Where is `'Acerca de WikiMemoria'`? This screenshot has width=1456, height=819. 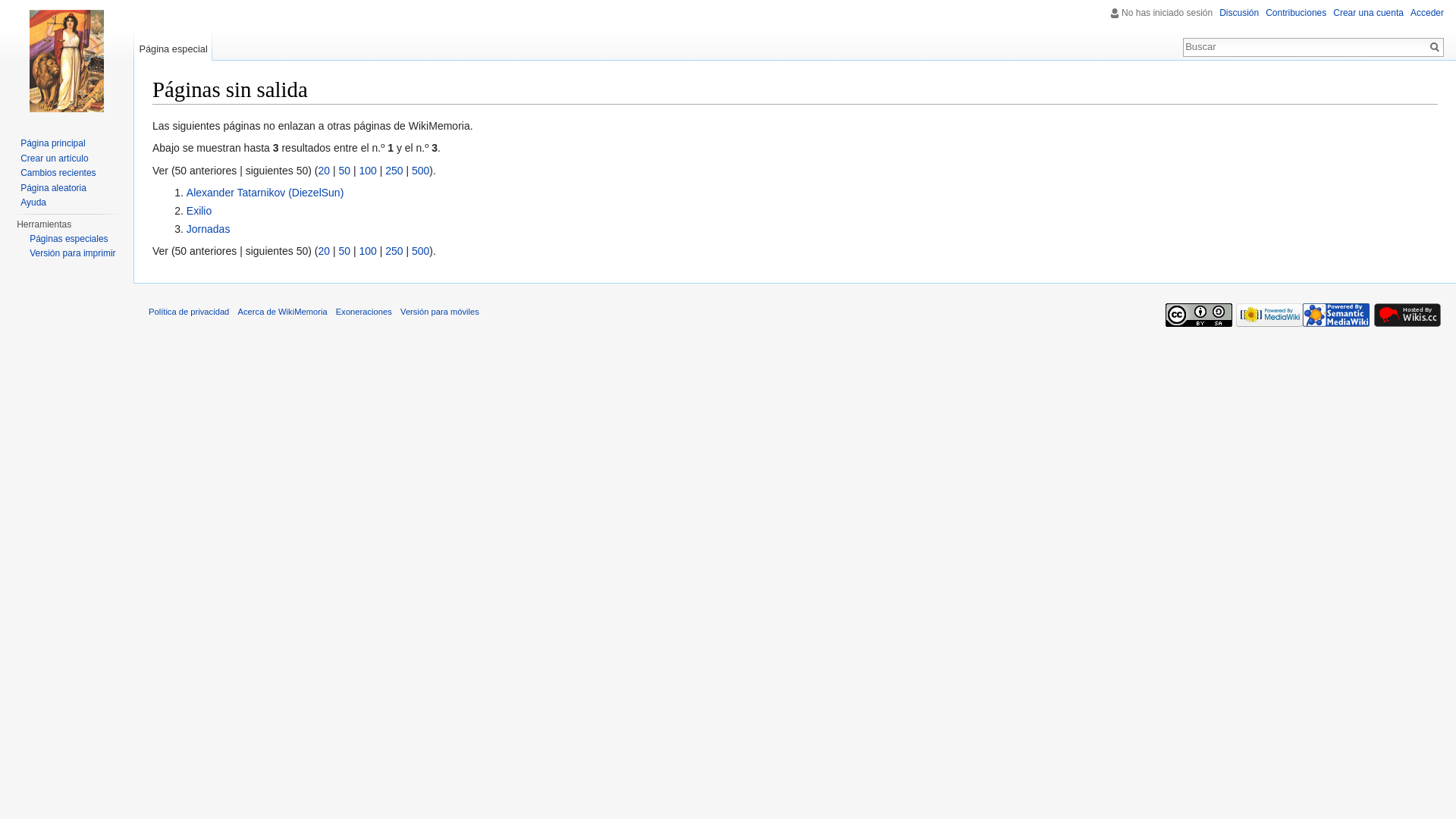
'Acerca de WikiMemoria' is located at coordinates (283, 311).